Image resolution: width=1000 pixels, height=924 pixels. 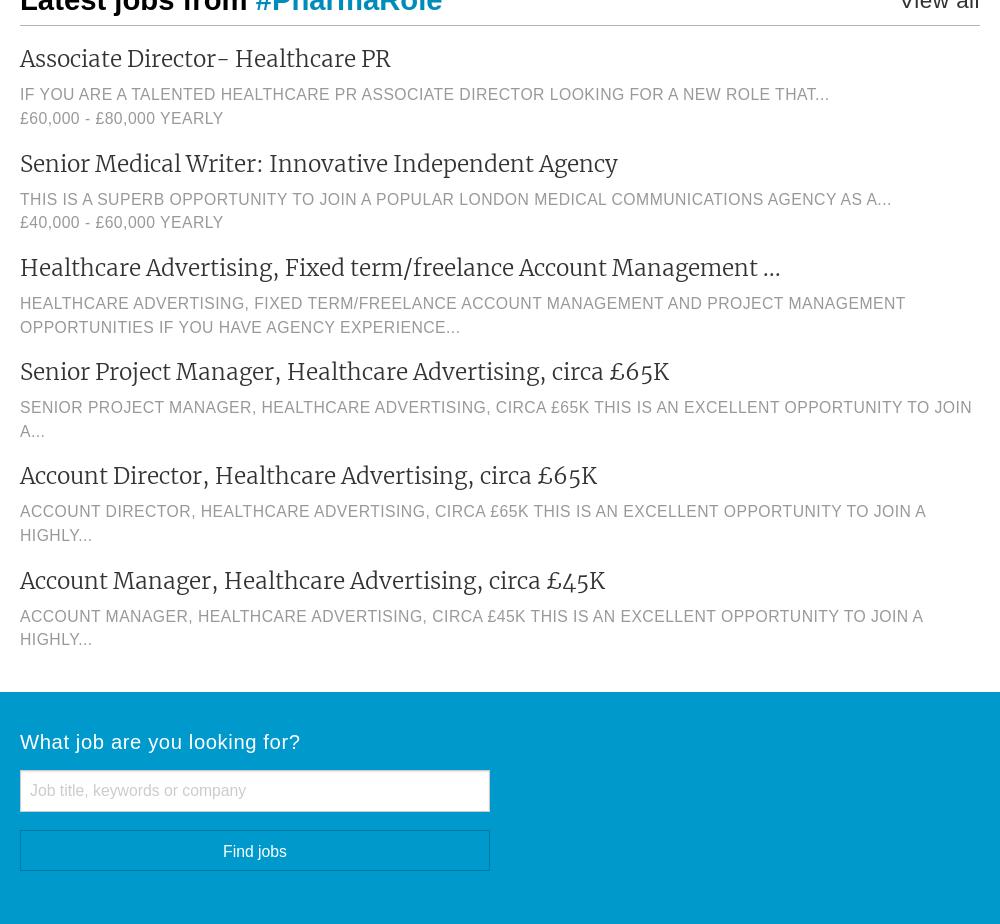 I want to click on 'Healthcare Advertising, Fixed term/freelance Account Management and Project Management opportunities If you have agency experience...', so click(x=461, y=314).